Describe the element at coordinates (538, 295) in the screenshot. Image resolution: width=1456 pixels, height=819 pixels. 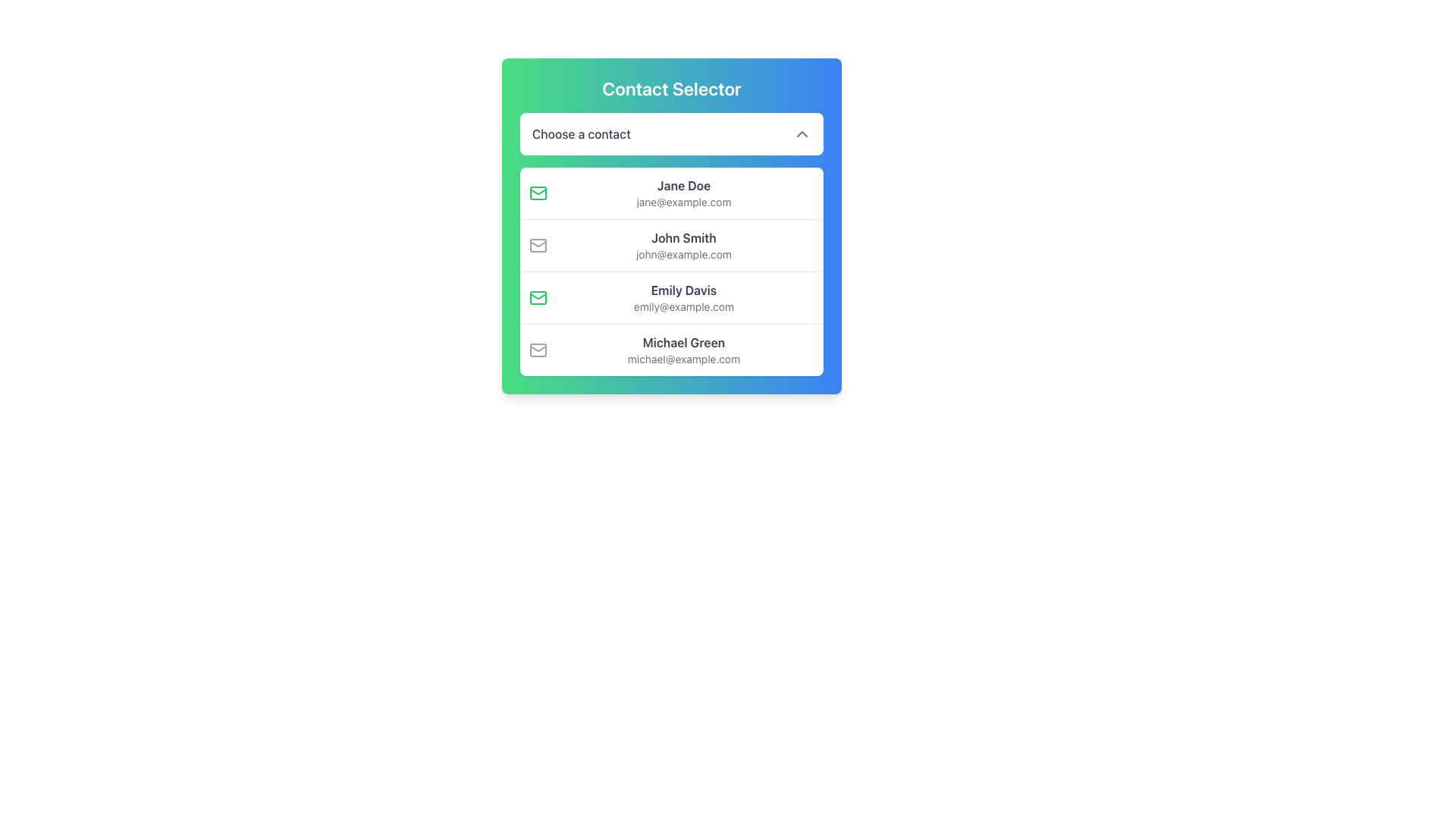
I see `the graphical decoration component resembling a triangular pattern with a green outline, which is part of the envelope icon adjacent to the contact details for 'Jane Doe'` at that location.